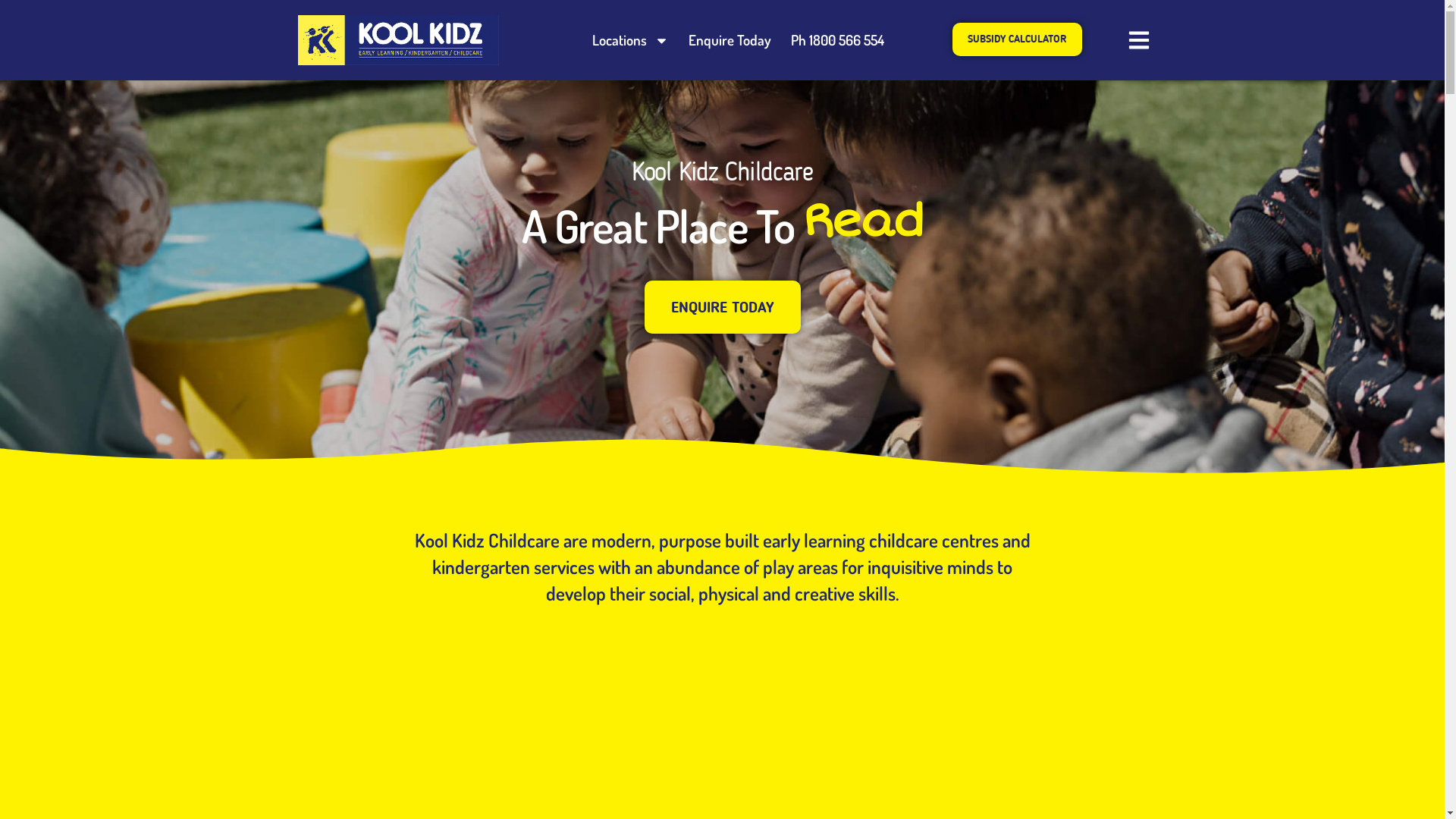 The image size is (1456, 819). What do you see at coordinates (836, 39) in the screenshot?
I see `'Ph 1800 566 554'` at bounding box center [836, 39].